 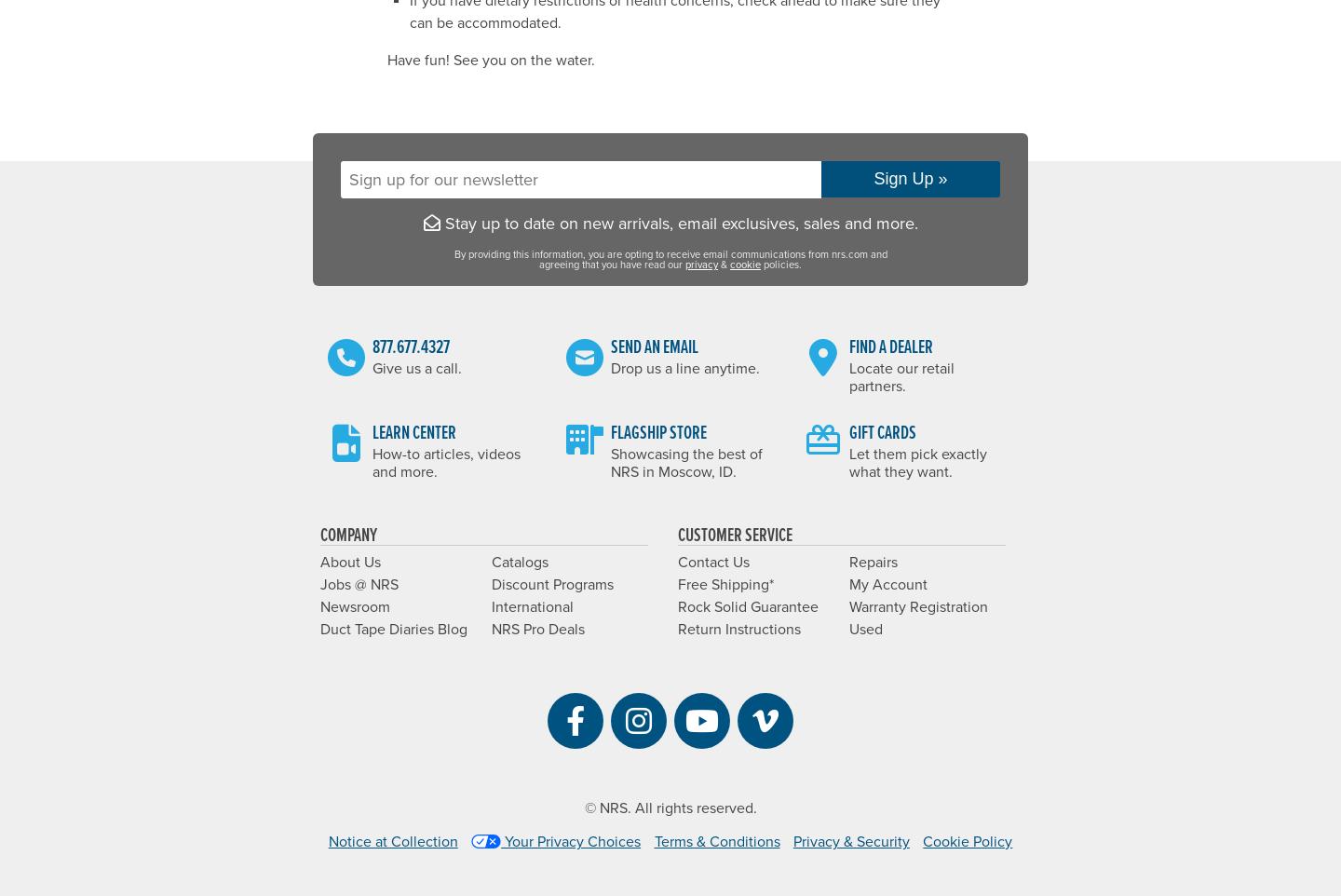 I want to click on '© NRS. All rights reserved.', so click(x=582, y=808).